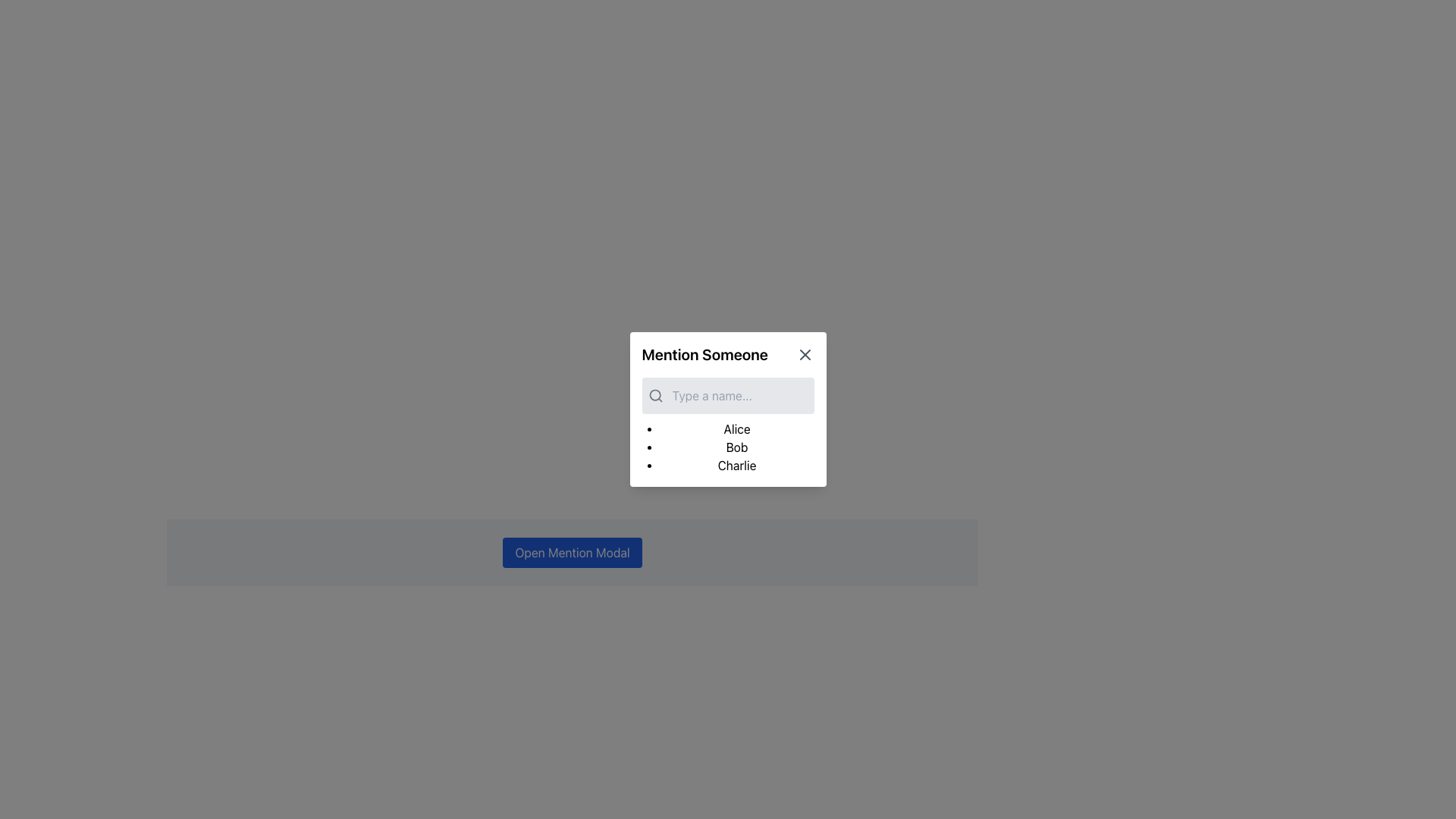 Image resolution: width=1456 pixels, height=819 pixels. I want to click on the selectable name option 'Alice' in the vertical list within the 'Mention Someone' modal, so click(736, 429).